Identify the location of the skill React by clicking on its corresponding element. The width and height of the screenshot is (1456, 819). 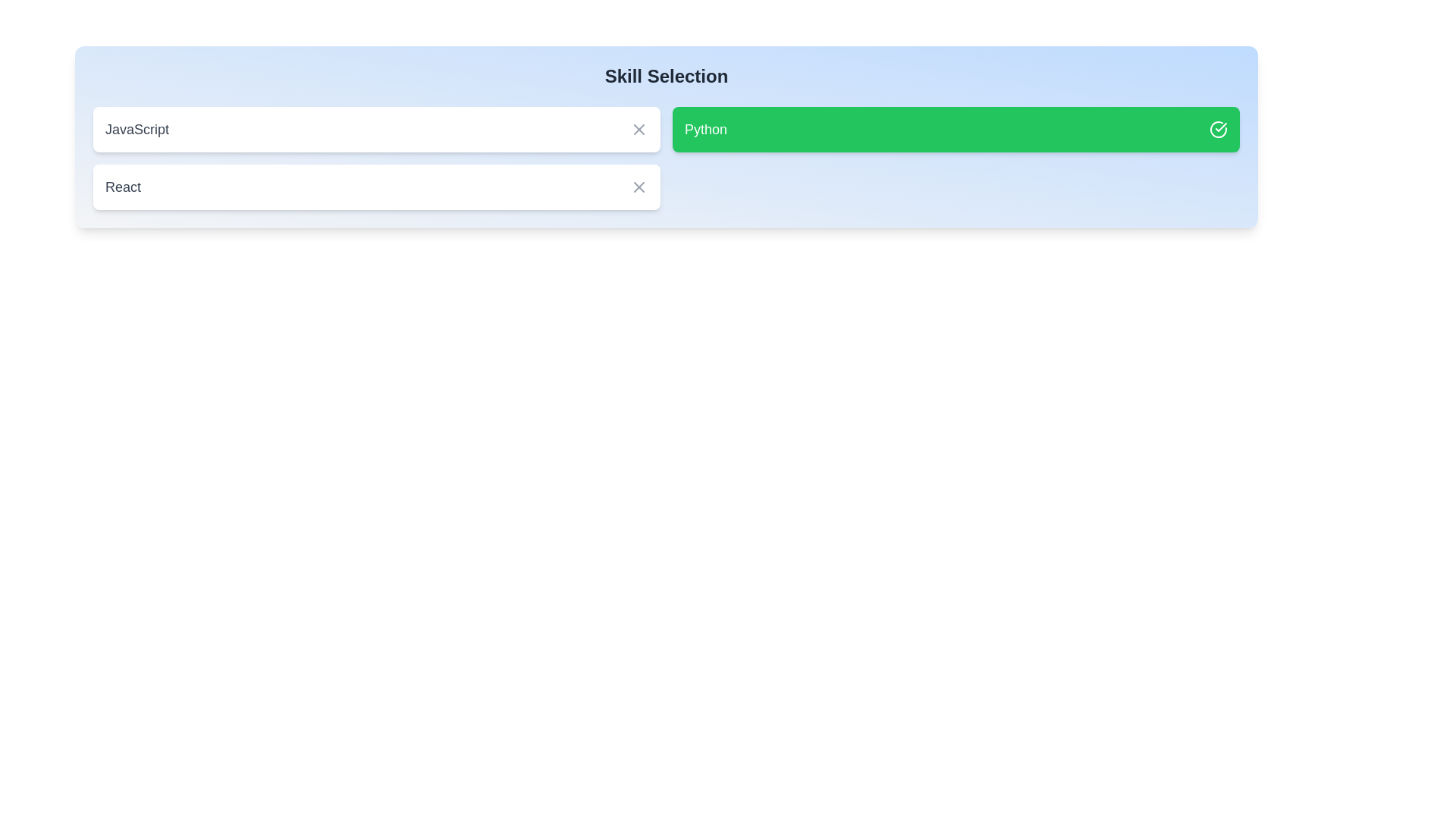
(377, 186).